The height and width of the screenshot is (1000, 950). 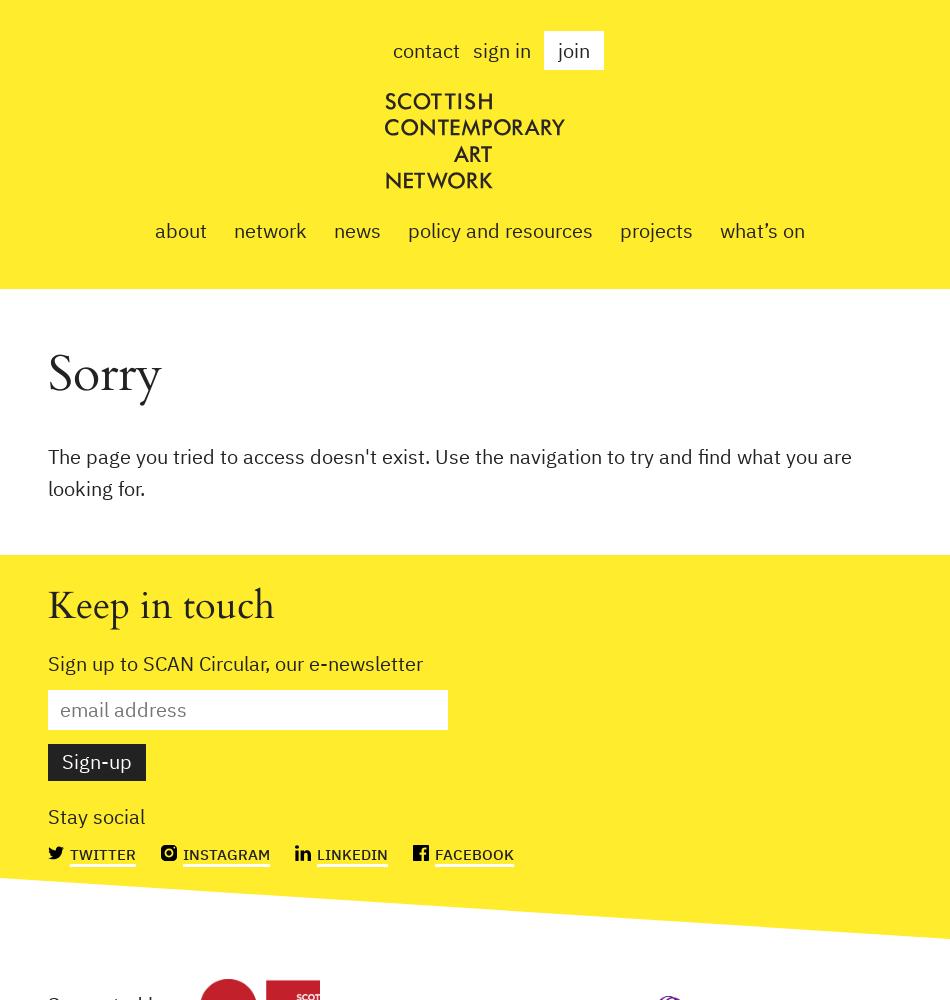 What do you see at coordinates (234, 663) in the screenshot?
I see `'Sign up to SCAN Circular, our e-newsletter'` at bounding box center [234, 663].